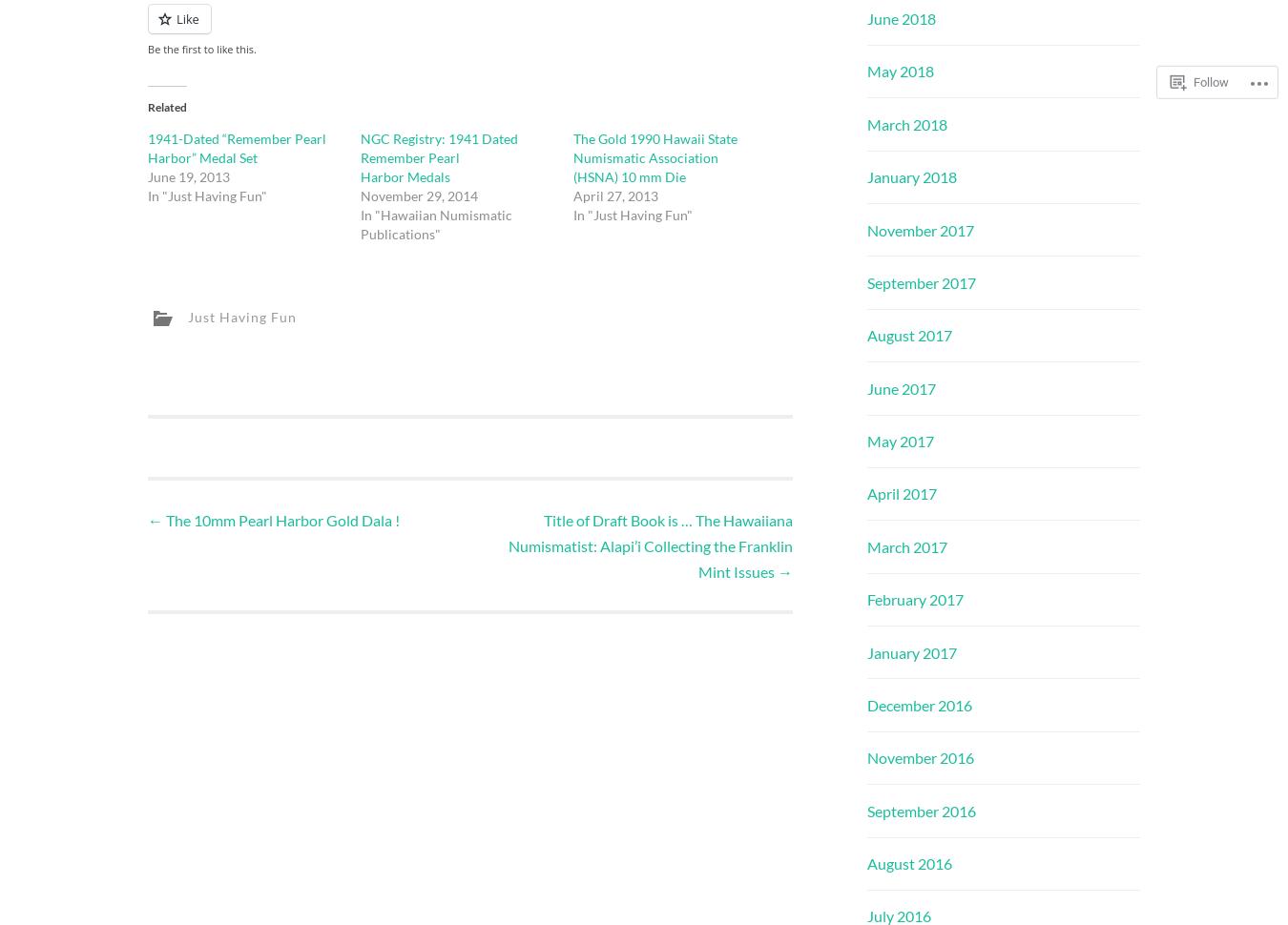 The width and height of the screenshot is (1288, 925). Describe the element at coordinates (865, 440) in the screenshot. I see `'May 2017'` at that location.